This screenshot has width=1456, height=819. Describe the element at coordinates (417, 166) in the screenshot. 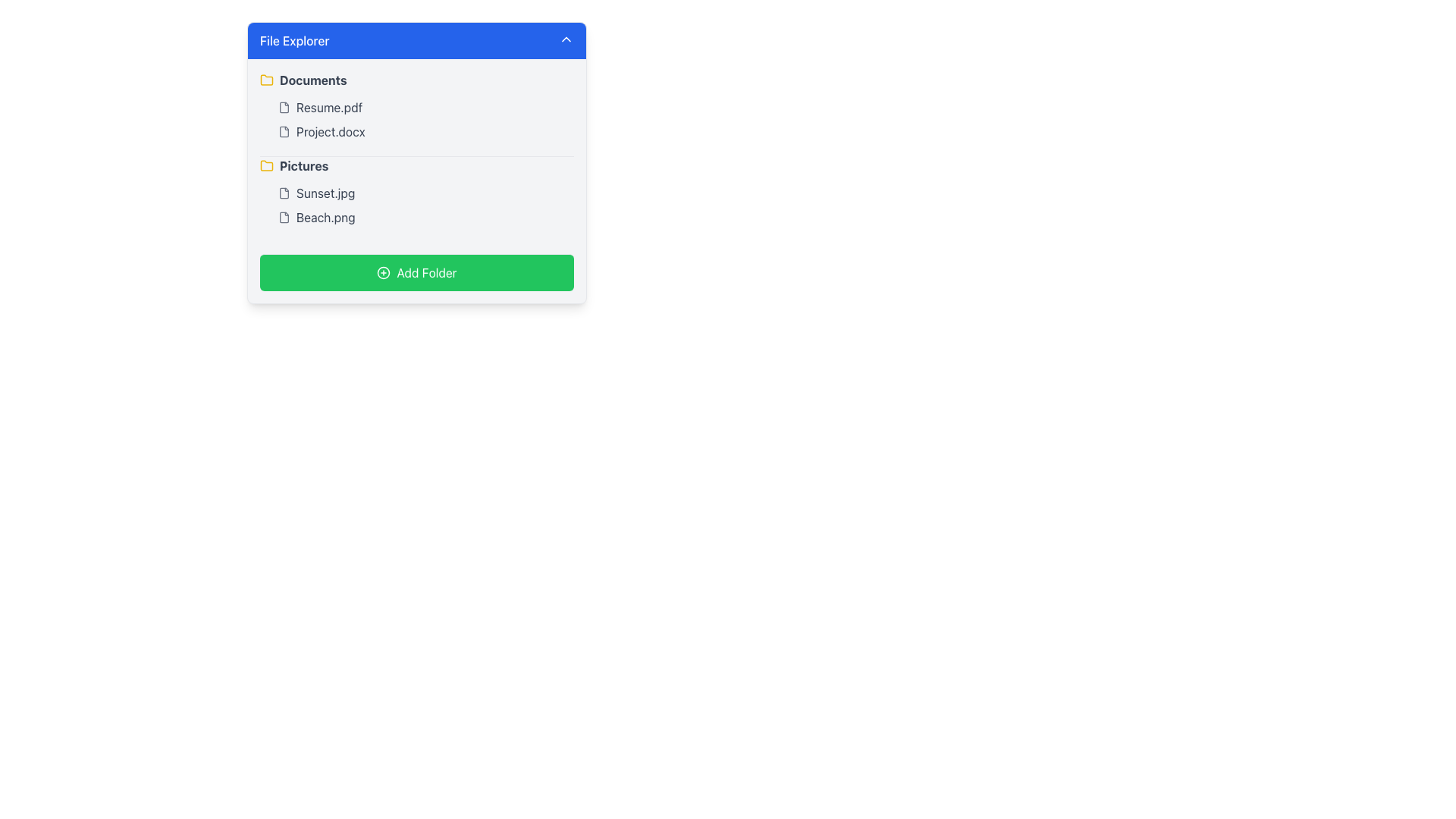

I see `the Folder List Item Indicator representing the folder named 'Pictures', which is the second item under 'Documents'` at that location.